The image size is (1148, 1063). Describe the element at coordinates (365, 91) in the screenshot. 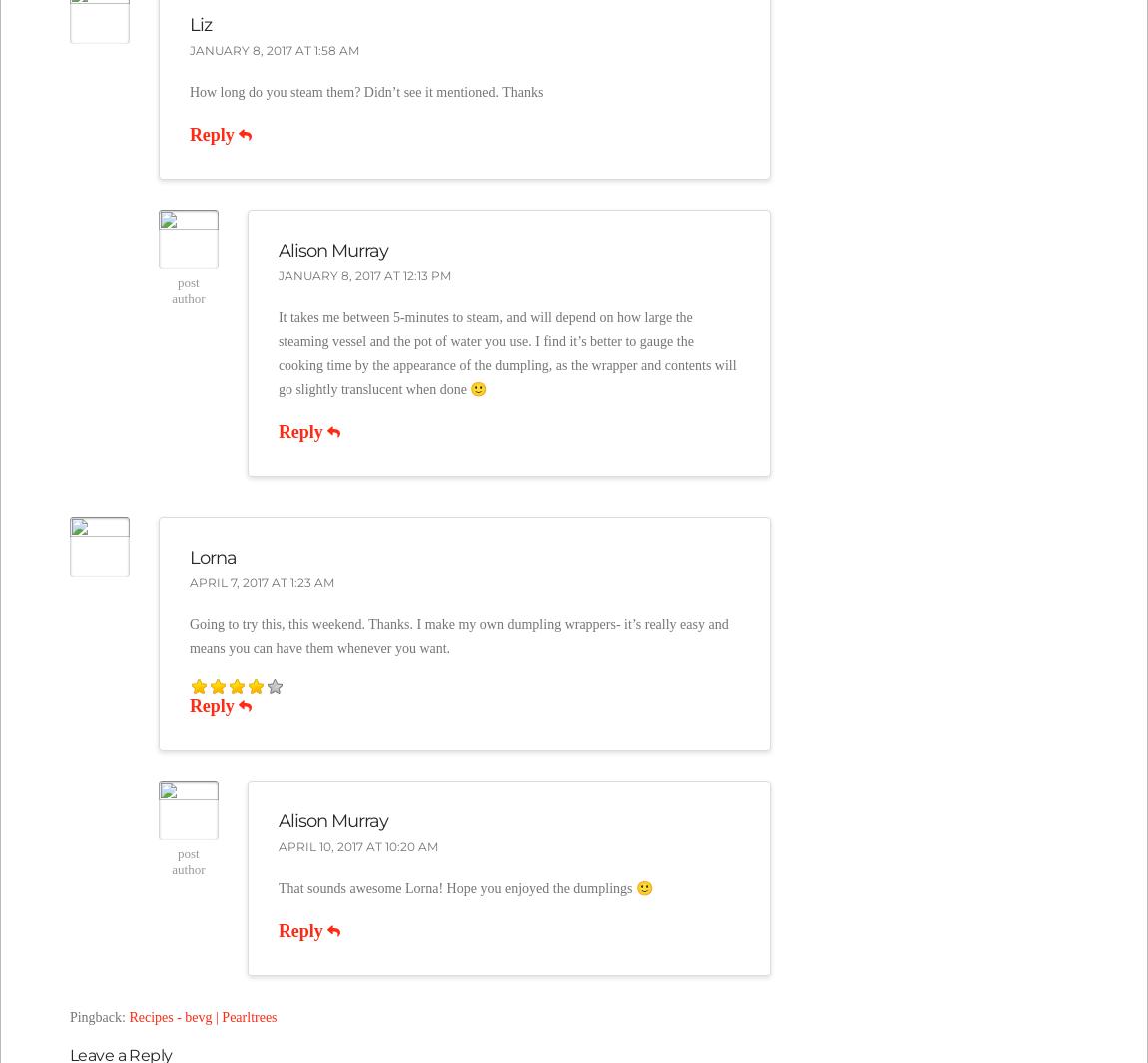

I see `'How long do you steam them? Didn’t see it mentioned. Thanks'` at that location.